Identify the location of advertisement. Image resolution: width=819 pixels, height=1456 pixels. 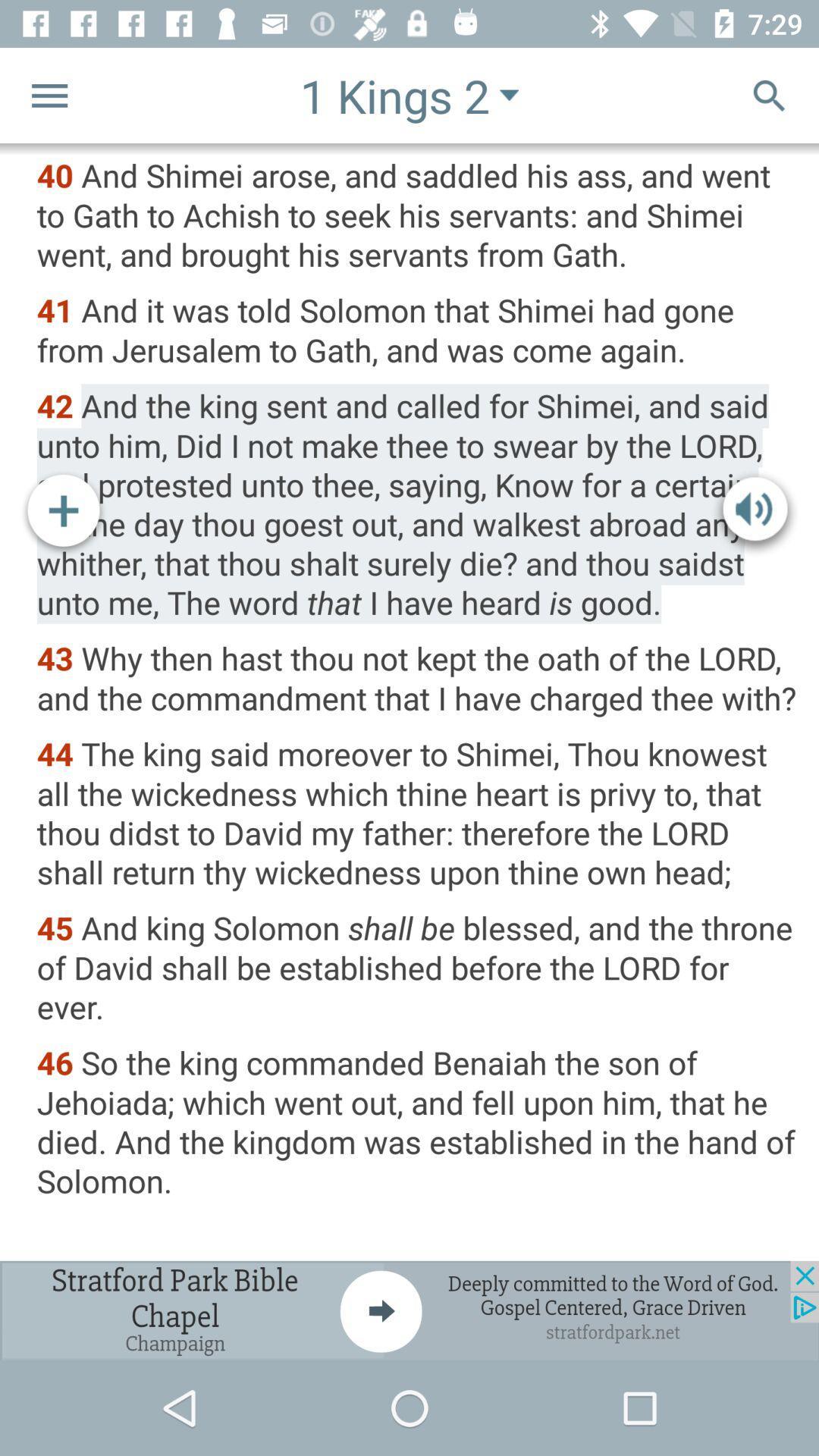
(409, 1310).